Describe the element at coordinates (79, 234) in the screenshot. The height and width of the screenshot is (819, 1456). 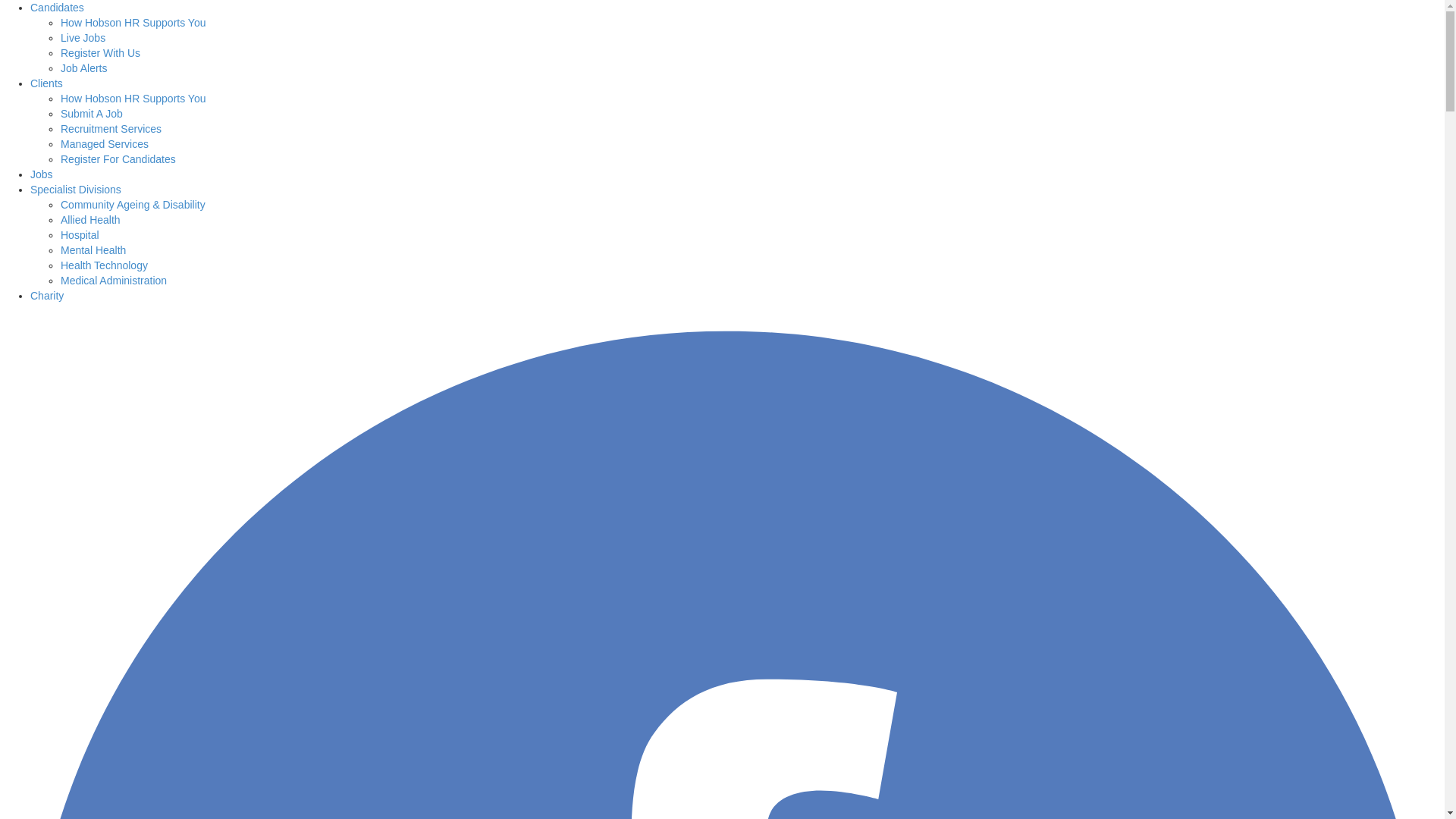
I see `'Hospital'` at that location.